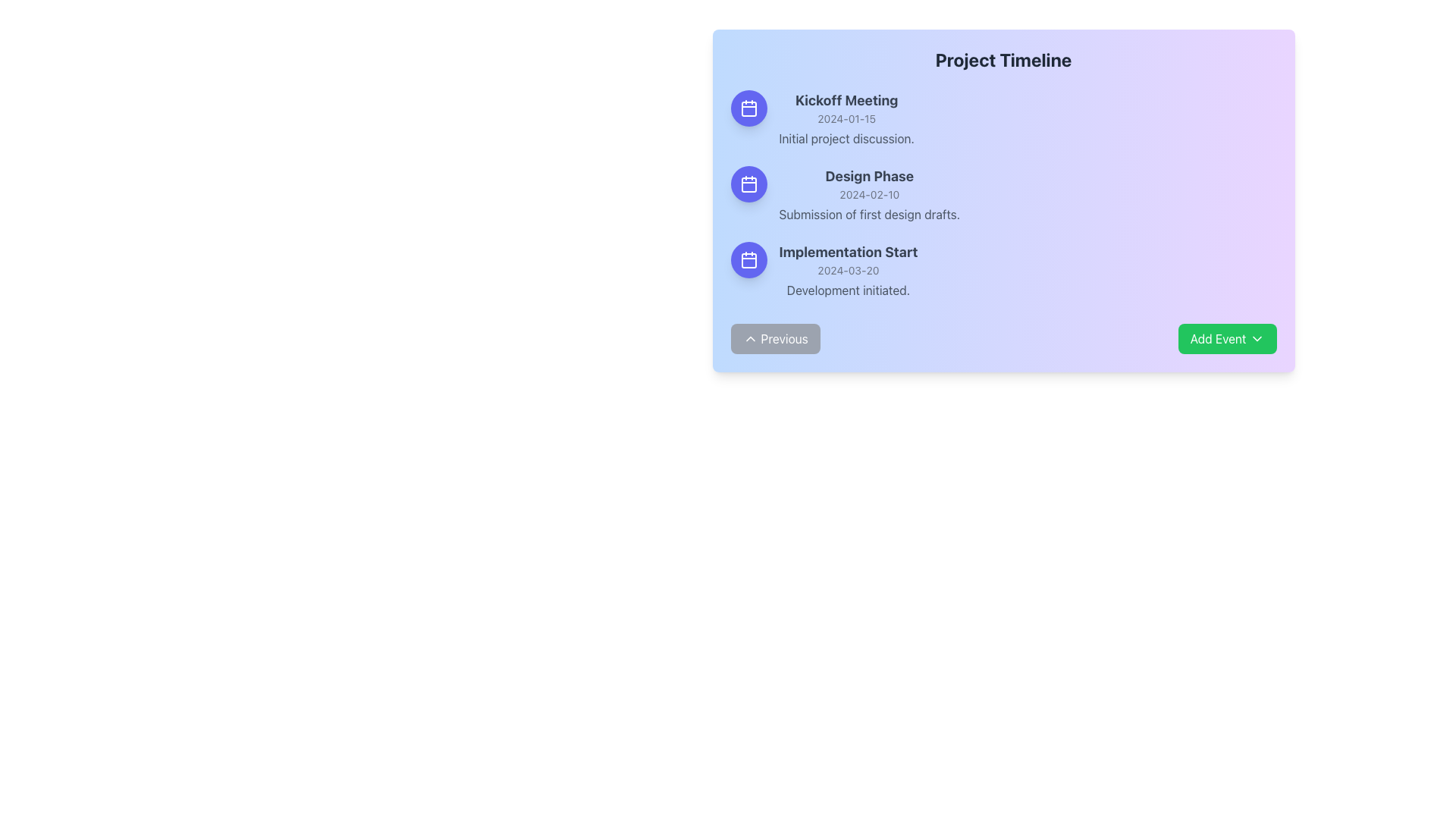 This screenshot has height=819, width=1456. What do you see at coordinates (1003, 194) in the screenshot?
I see `the second timeline item` at bounding box center [1003, 194].